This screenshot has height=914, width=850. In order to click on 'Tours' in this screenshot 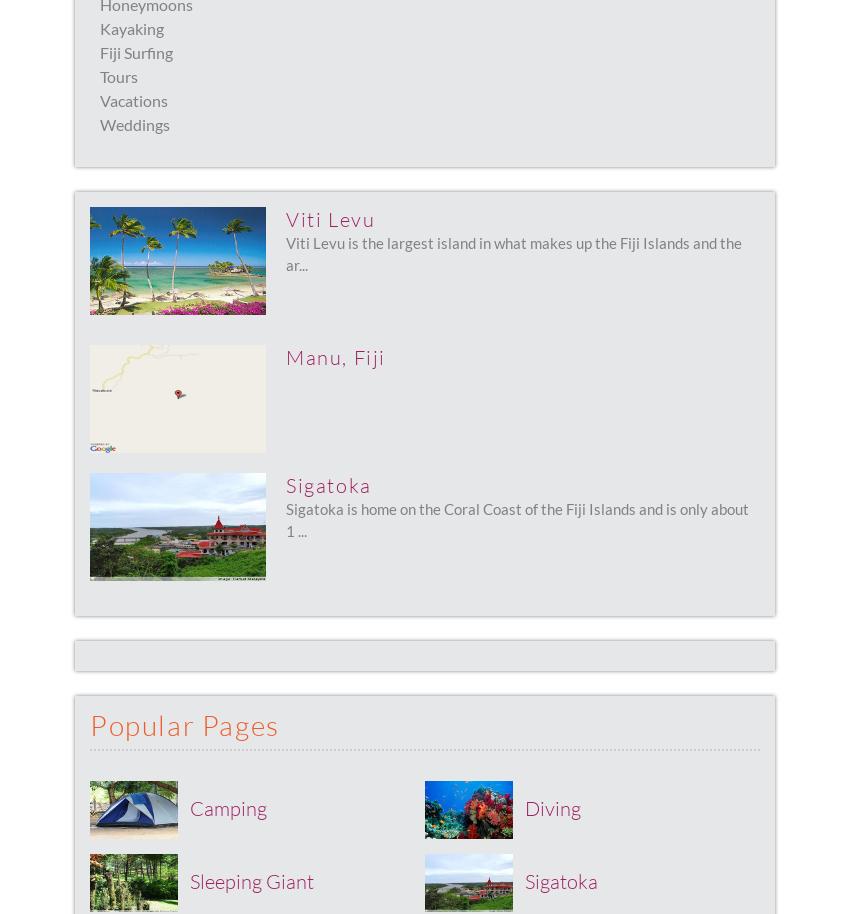, I will do `click(118, 75)`.